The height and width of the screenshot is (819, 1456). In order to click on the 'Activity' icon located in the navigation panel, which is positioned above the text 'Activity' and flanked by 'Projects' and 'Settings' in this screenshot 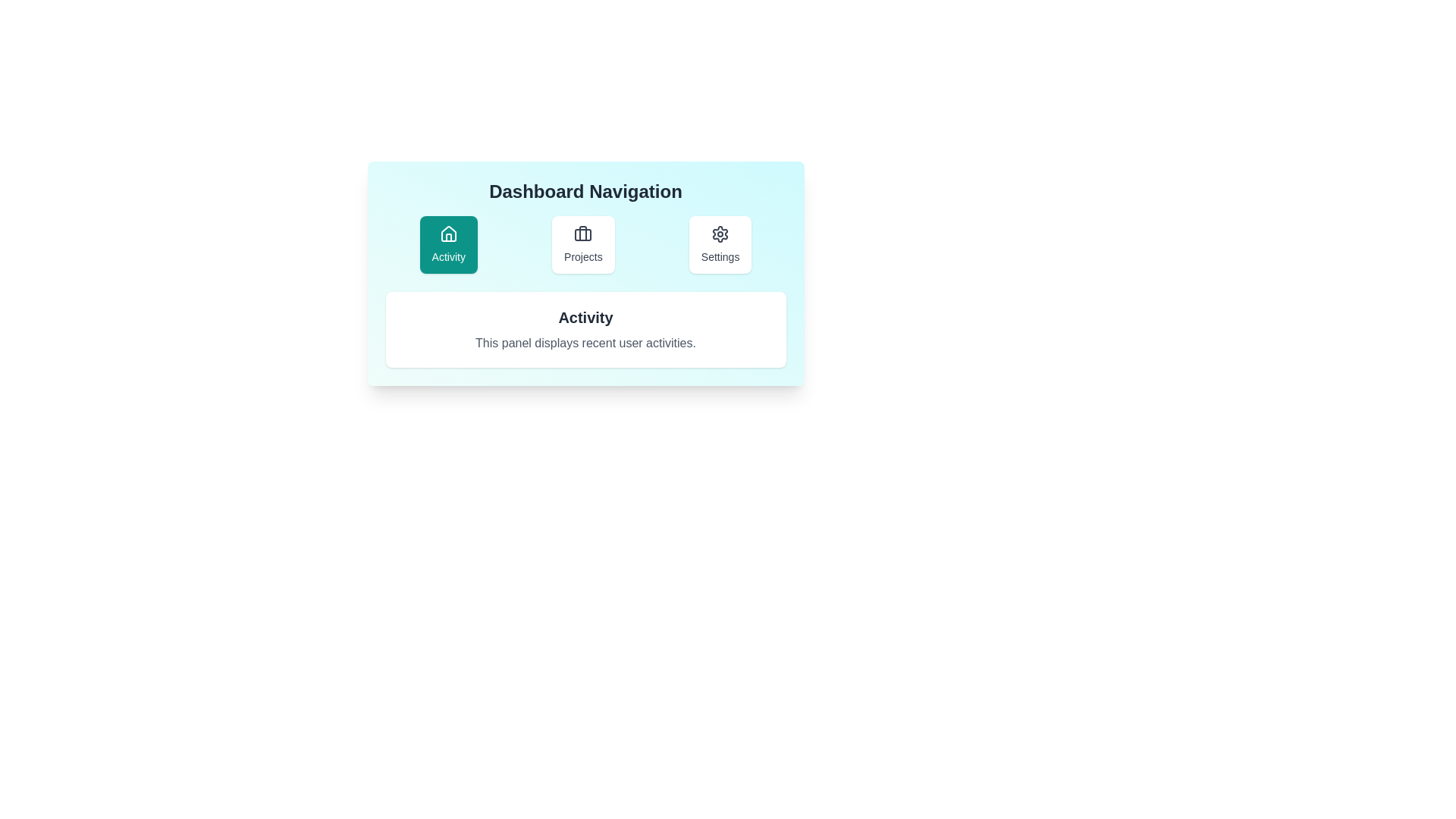, I will do `click(447, 234)`.